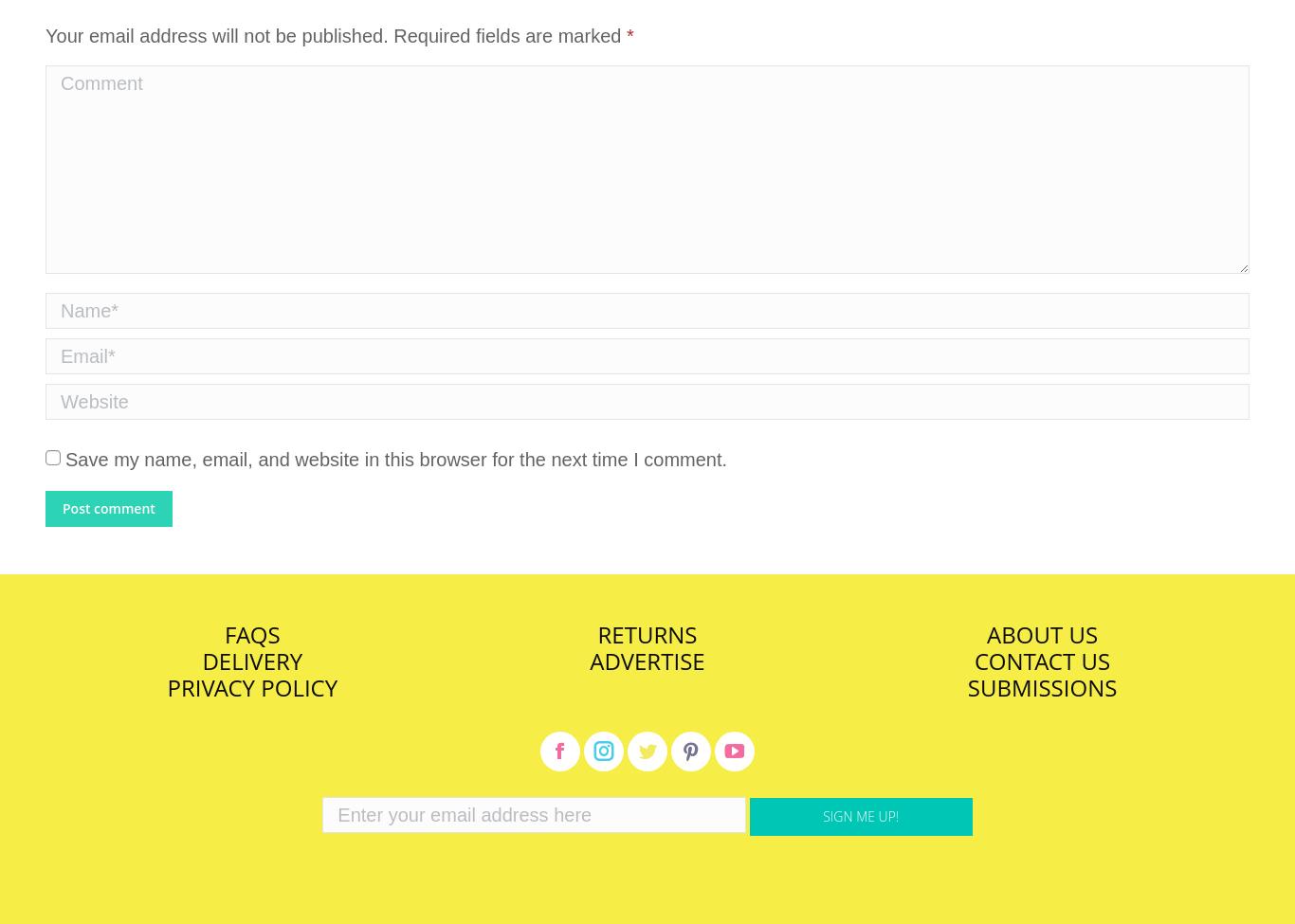  Describe the element at coordinates (1040, 686) in the screenshot. I see `'Submissions'` at that location.